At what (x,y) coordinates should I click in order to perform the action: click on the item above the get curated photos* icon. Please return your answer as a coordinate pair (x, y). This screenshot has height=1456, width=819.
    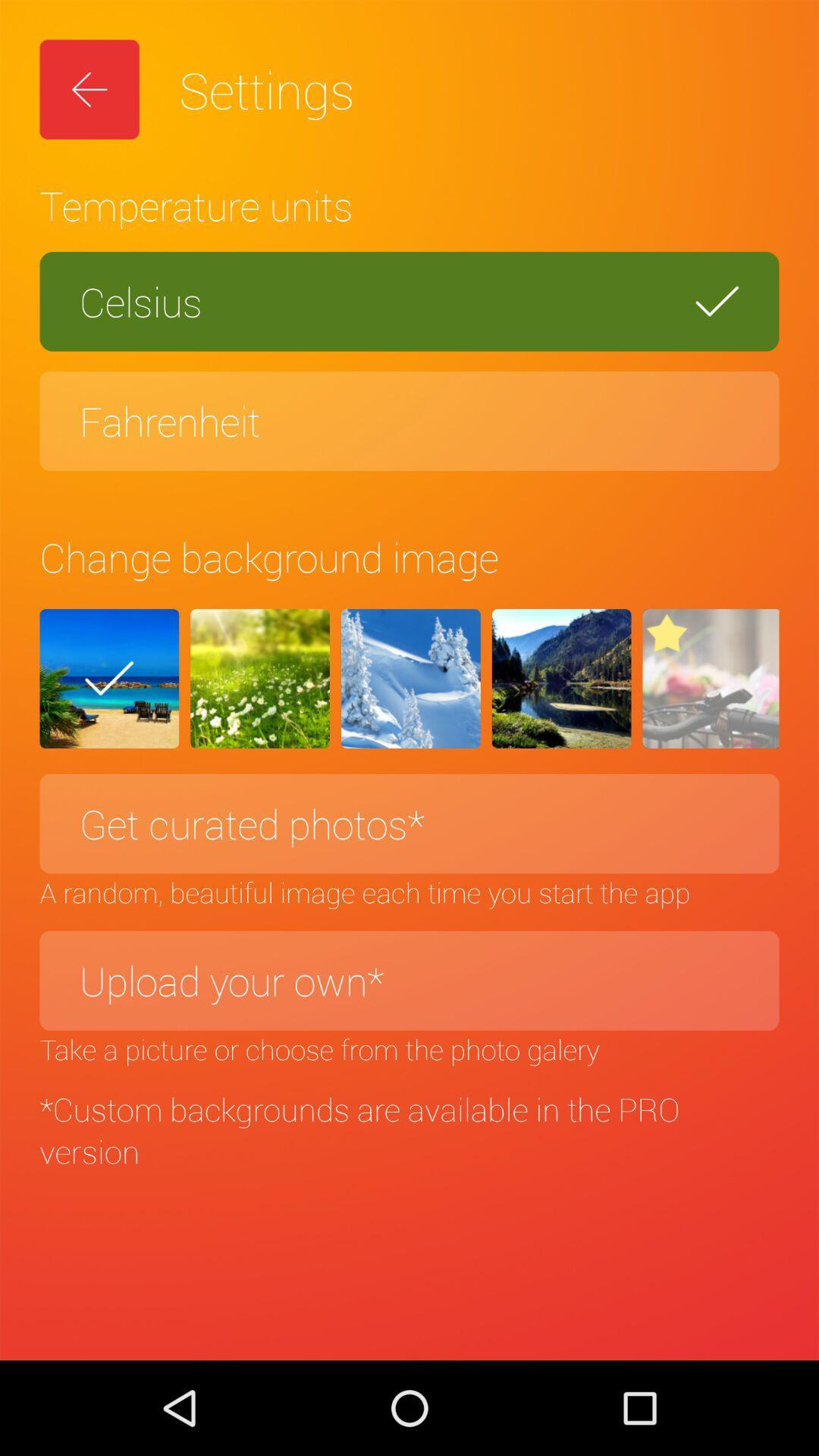
    Looking at the image, I should click on (711, 678).